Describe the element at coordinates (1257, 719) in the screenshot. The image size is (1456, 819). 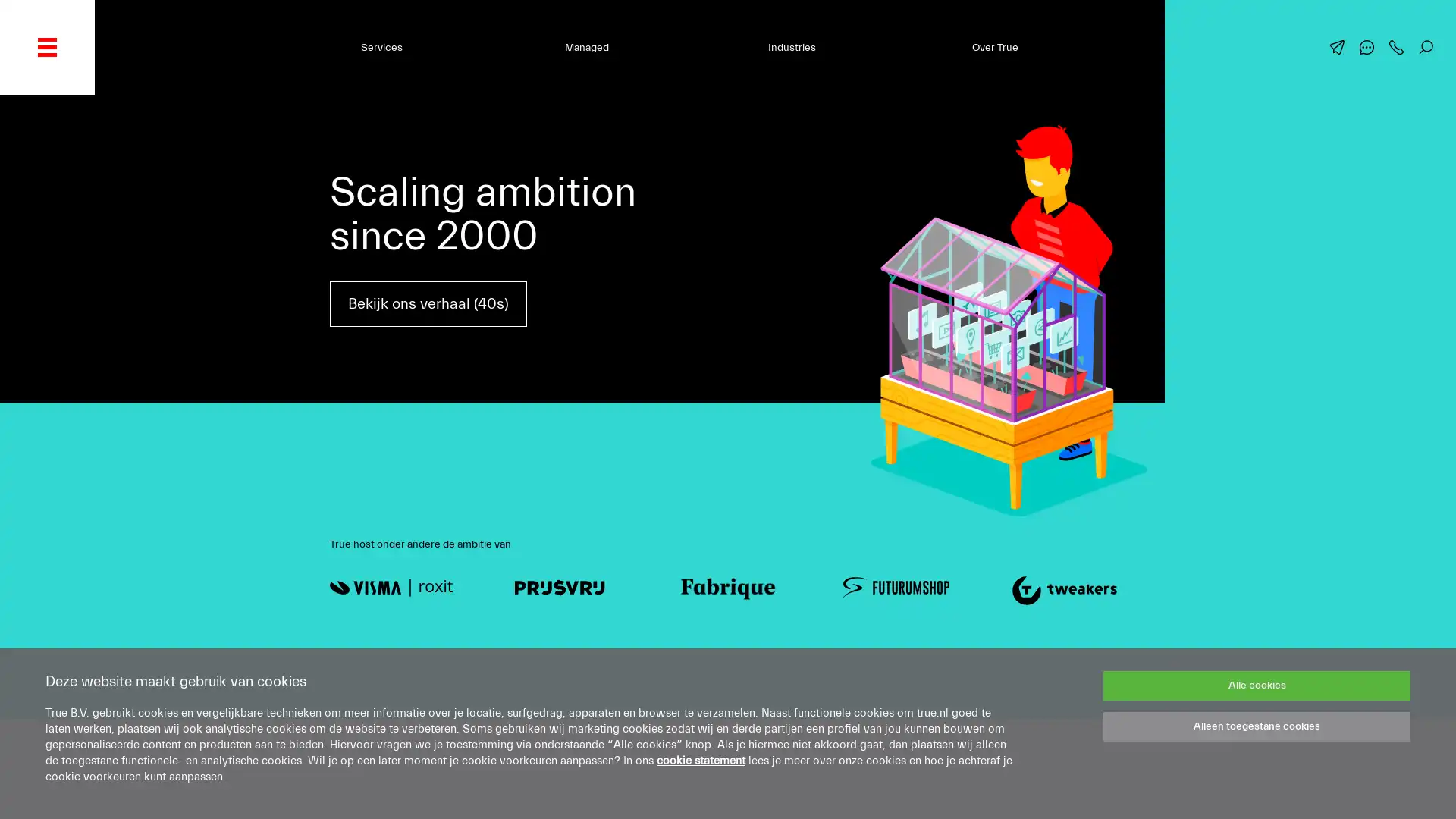
I see `Alleen toegestane cookies` at that location.